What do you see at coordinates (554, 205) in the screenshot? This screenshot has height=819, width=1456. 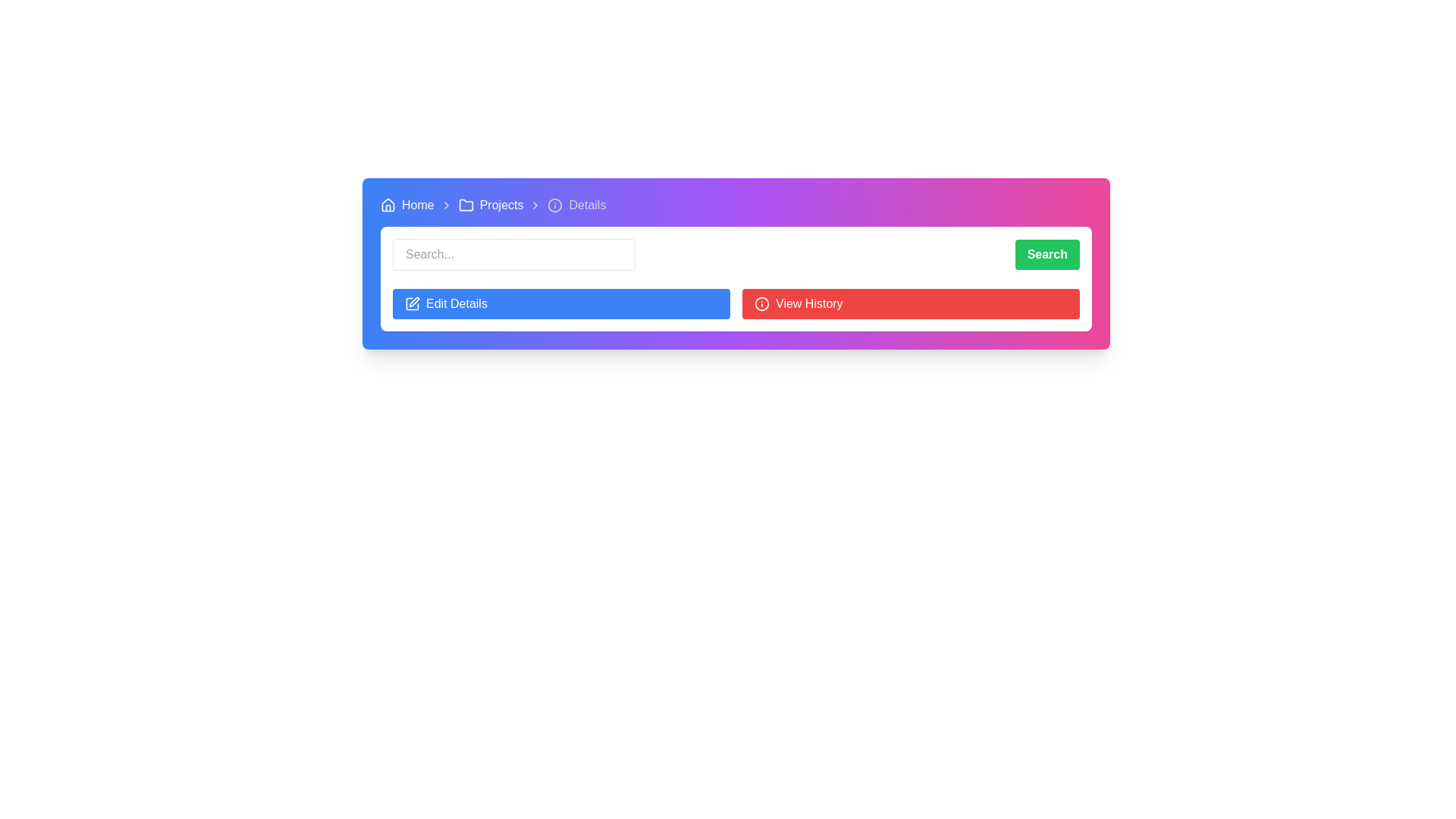 I see `the small circular graphical element in the SVG icon located between the 'Projects' and 'Details' breadcrumb links in the top navigation bar` at bounding box center [554, 205].